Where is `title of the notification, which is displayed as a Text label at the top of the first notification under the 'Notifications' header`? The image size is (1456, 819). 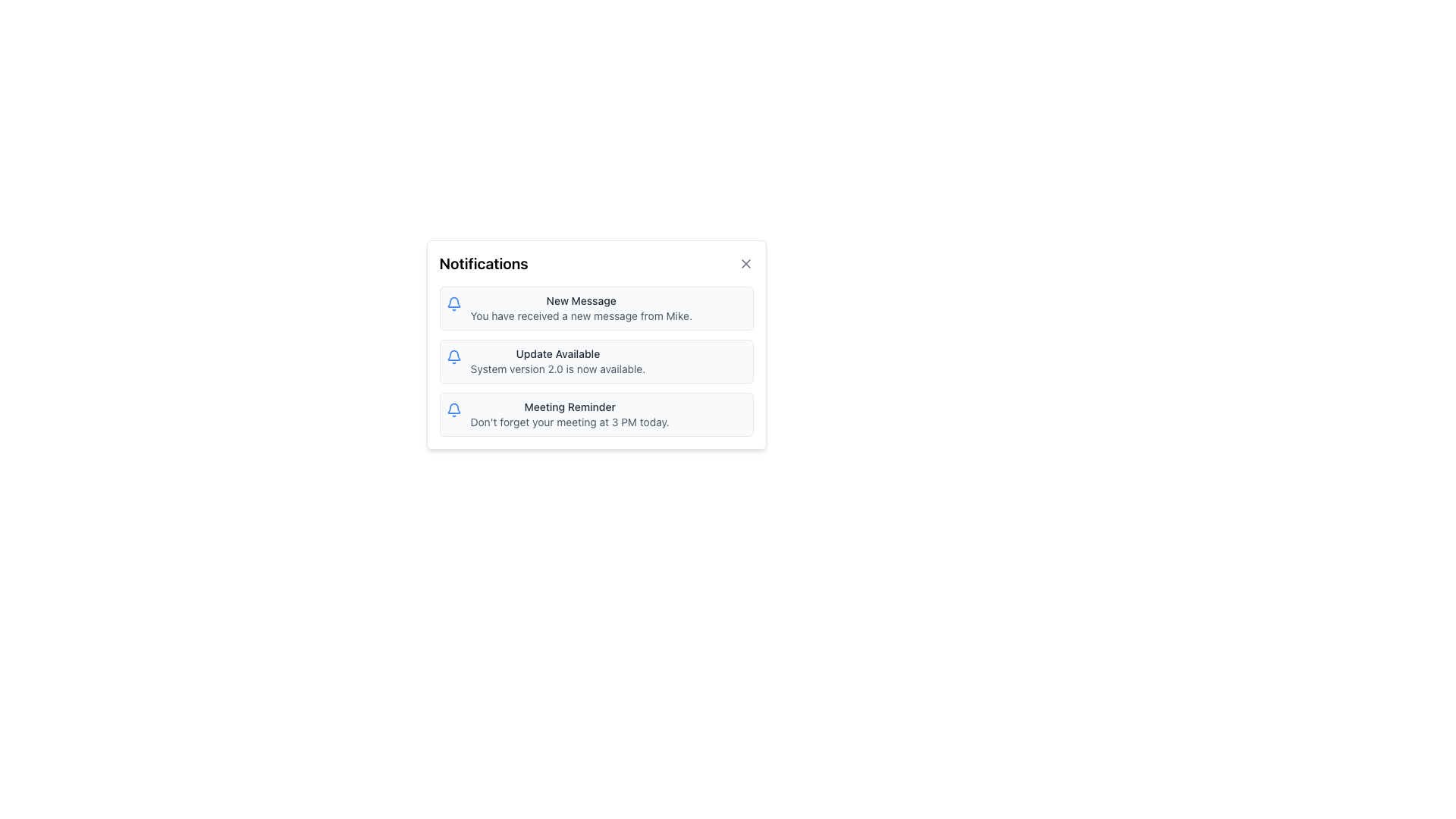
title of the notification, which is displayed as a Text label at the top of the first notification under the 'Notifications' header is located at coordinates (580, 301).